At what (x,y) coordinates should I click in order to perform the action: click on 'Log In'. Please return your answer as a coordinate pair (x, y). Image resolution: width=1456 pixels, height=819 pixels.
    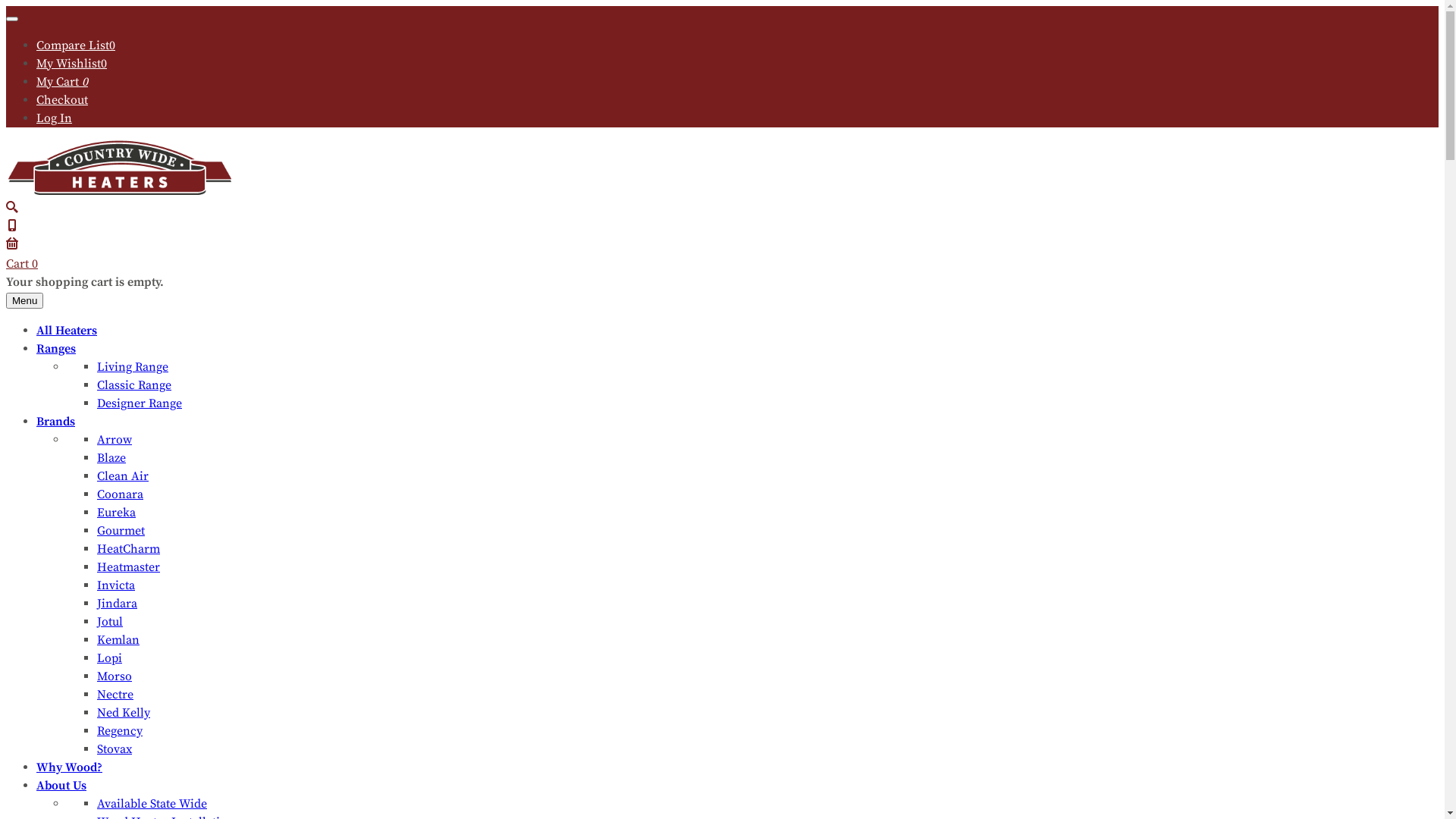
    Looking at the image, I should click on (36, 117).